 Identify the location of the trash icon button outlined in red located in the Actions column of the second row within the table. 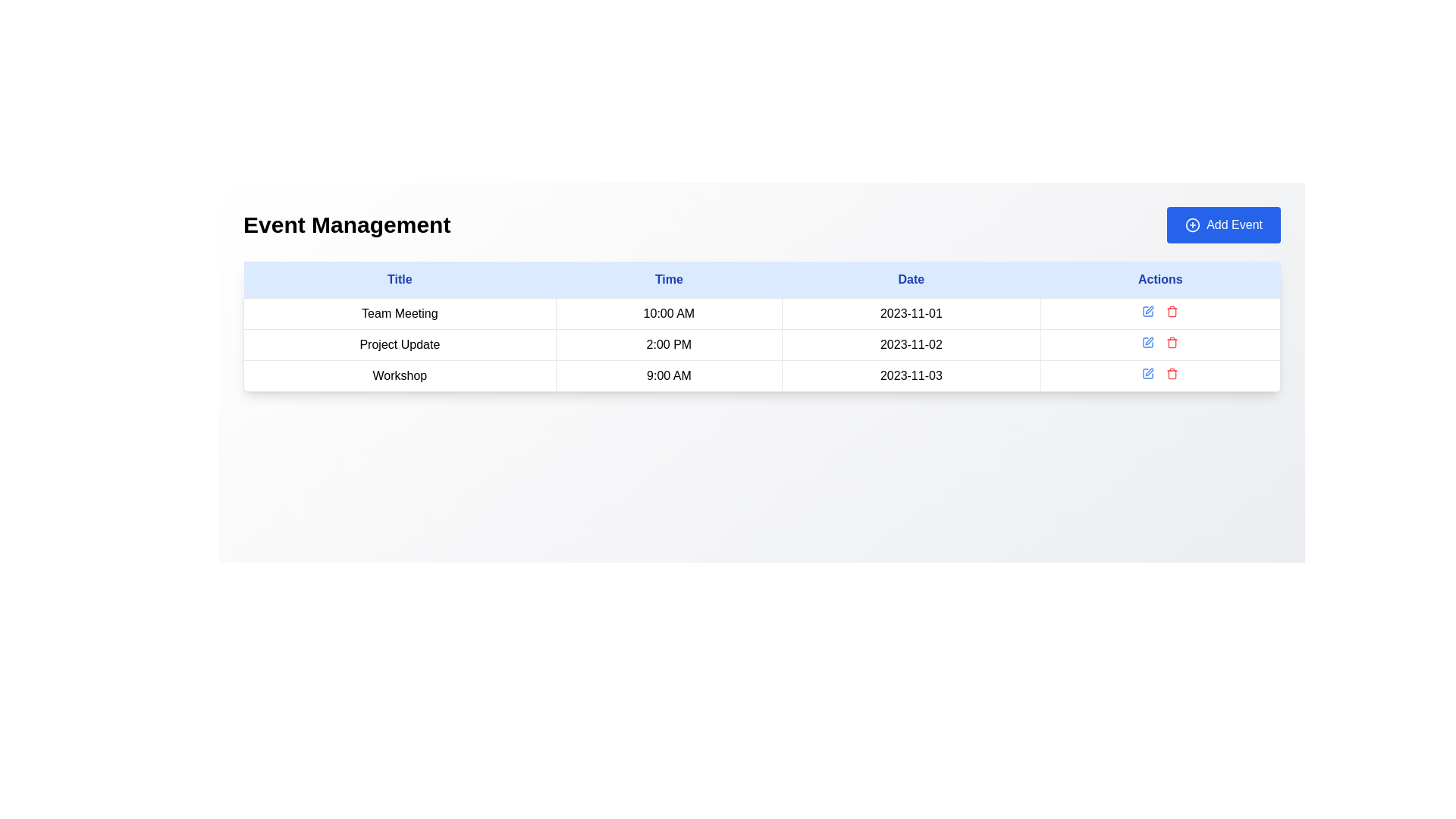
(1172, 311).